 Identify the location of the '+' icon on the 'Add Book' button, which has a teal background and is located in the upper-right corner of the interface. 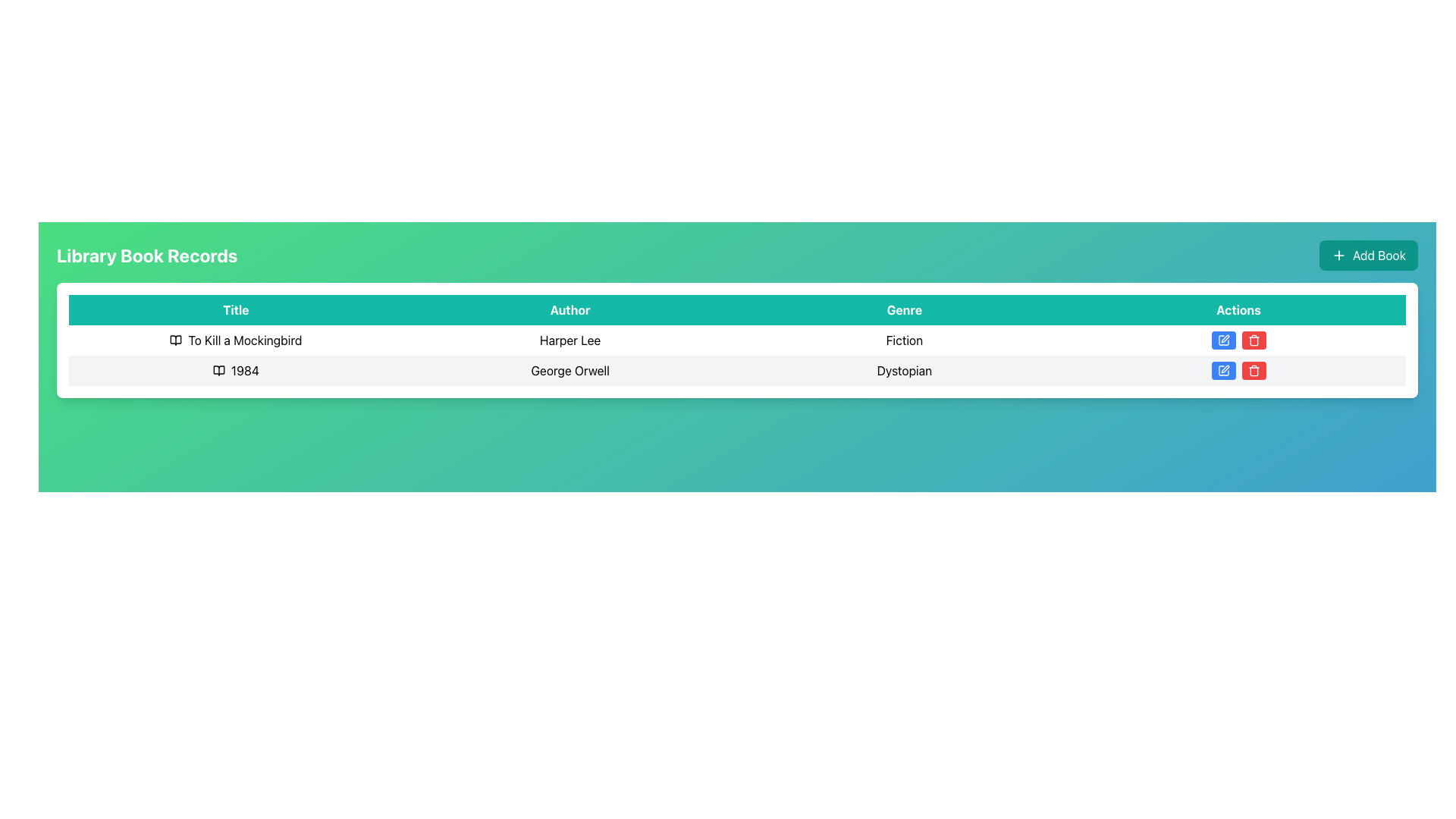
(1339, 254).